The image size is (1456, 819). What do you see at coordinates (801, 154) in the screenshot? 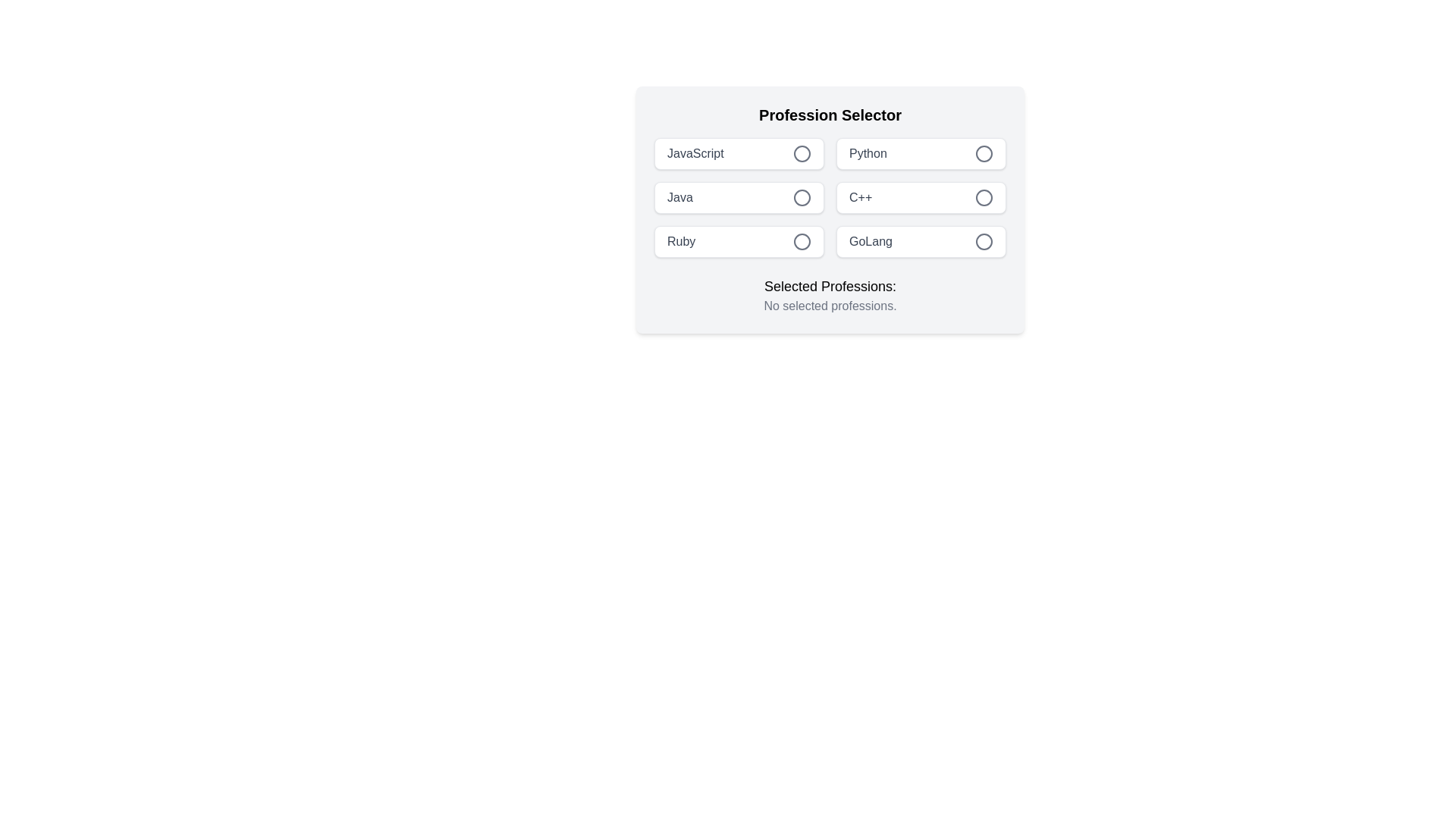
I see `the radio button` at bounding box center [801, 154].